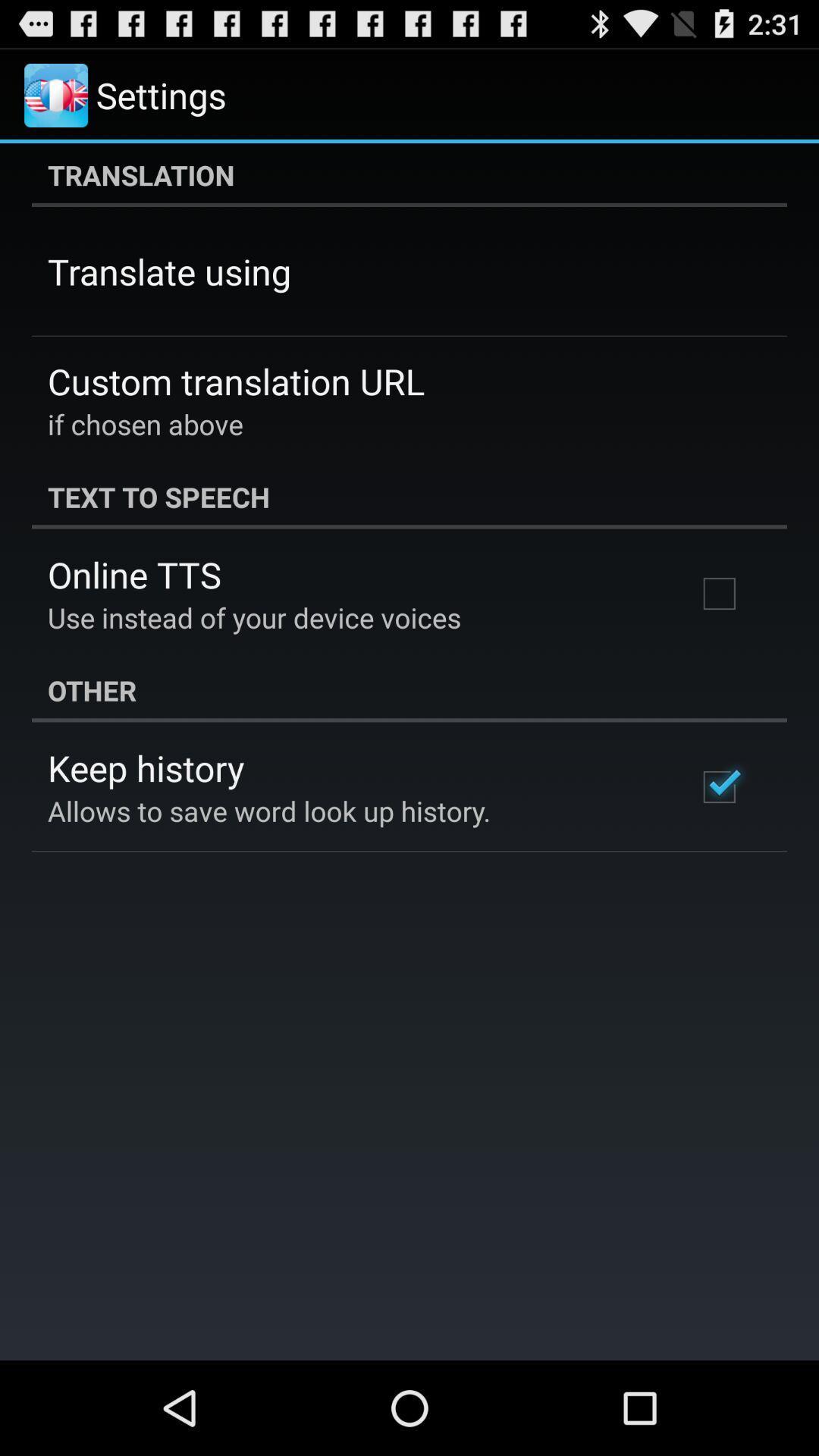 Image resolution: width=819 pixels, height=1456 pixels. I want to click on app below the if chosen above, so click(409, 497).